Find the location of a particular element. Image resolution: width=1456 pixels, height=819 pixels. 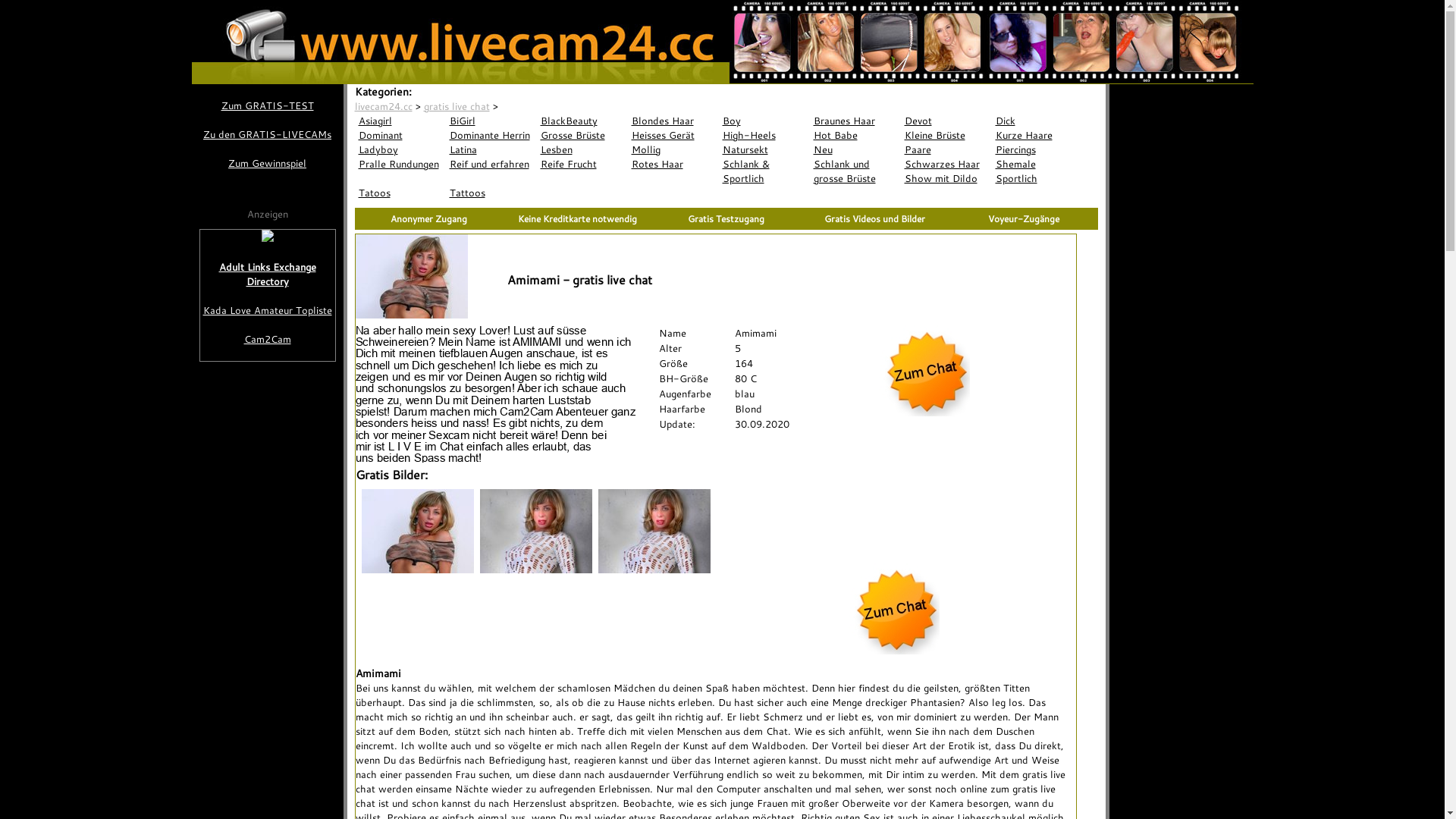

'Sportlich' is located at coordinates (1037, 177).